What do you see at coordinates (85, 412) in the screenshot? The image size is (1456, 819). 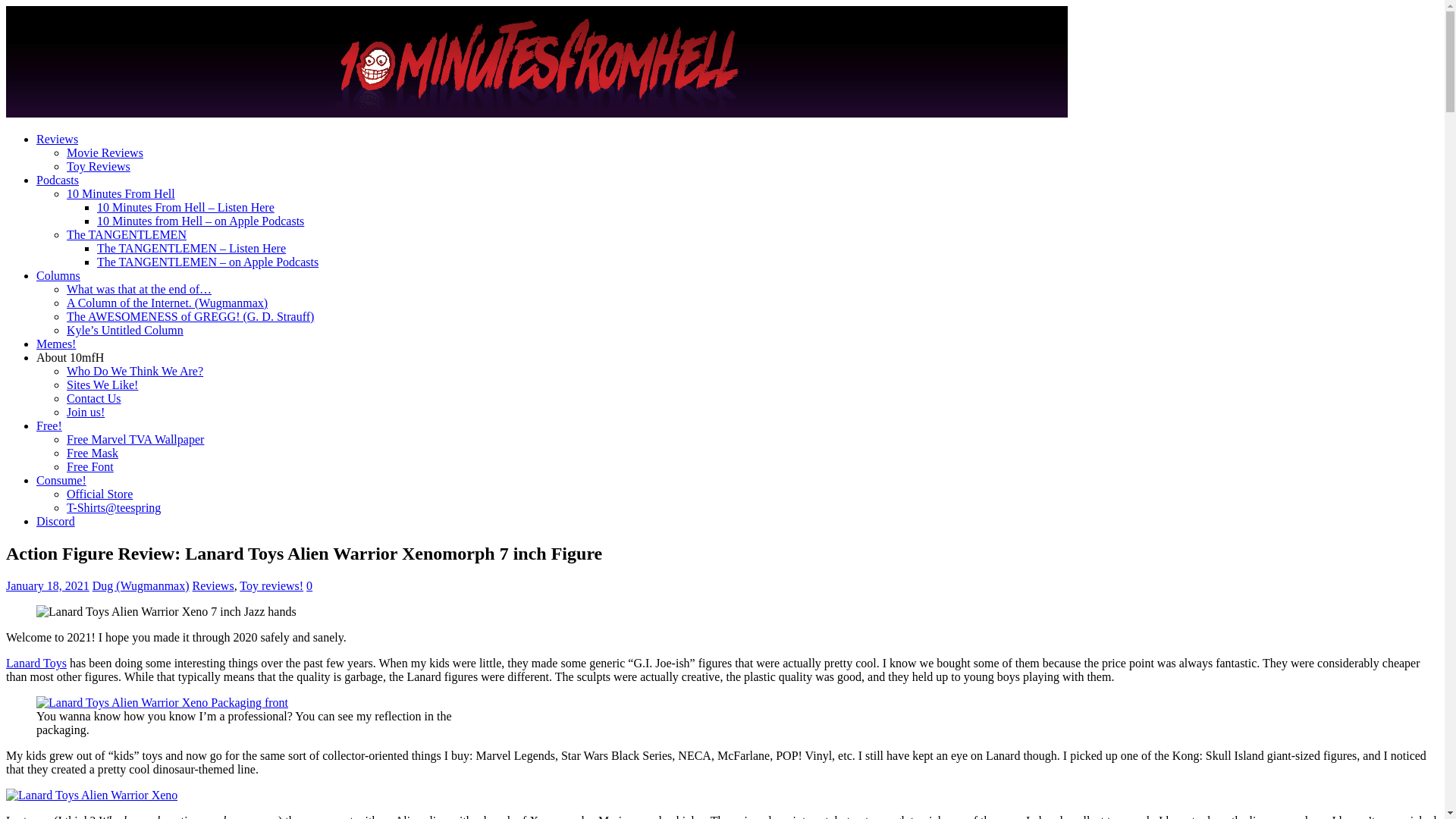 I see `'Join us!'` at bounding box center [85, 412].